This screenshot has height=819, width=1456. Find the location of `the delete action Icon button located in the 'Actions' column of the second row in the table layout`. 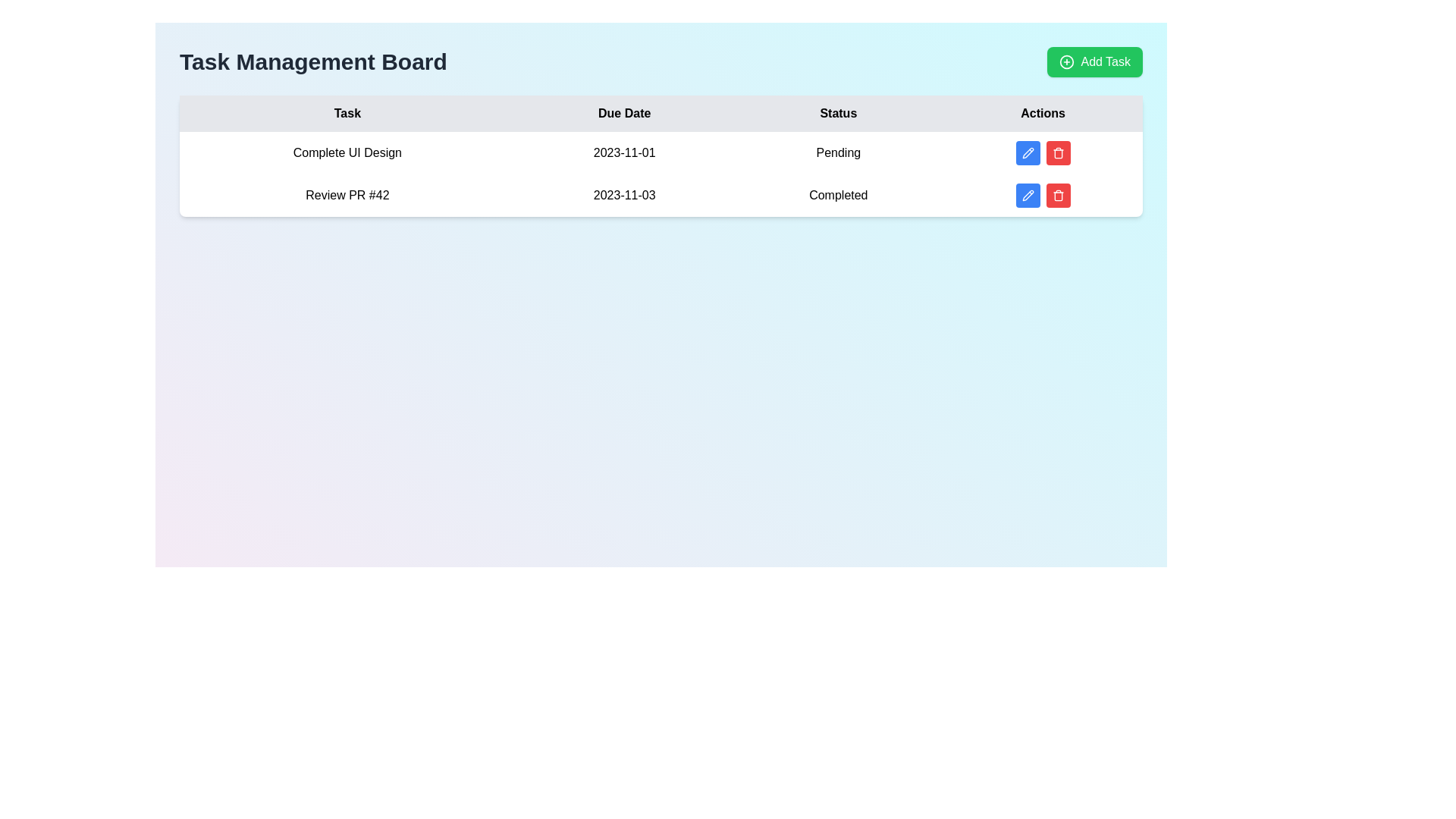

the delete action Icon button located in the 'Actions' column of the second row in the table layout is located at coordinates (1057, 152).